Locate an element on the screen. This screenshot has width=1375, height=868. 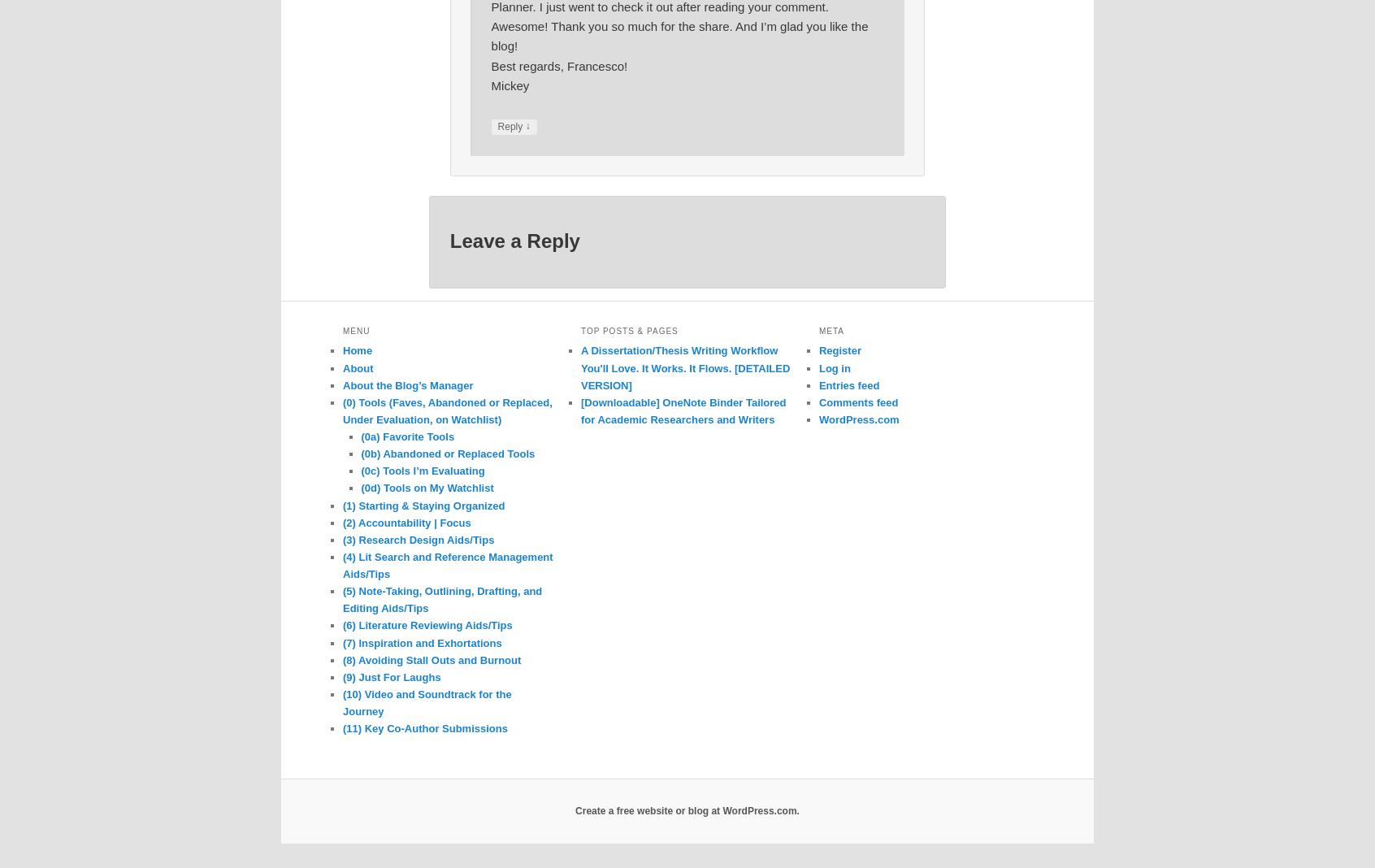
'(6) Literature Reviewing Aids/Tips' is located at coordinates (427, 625).